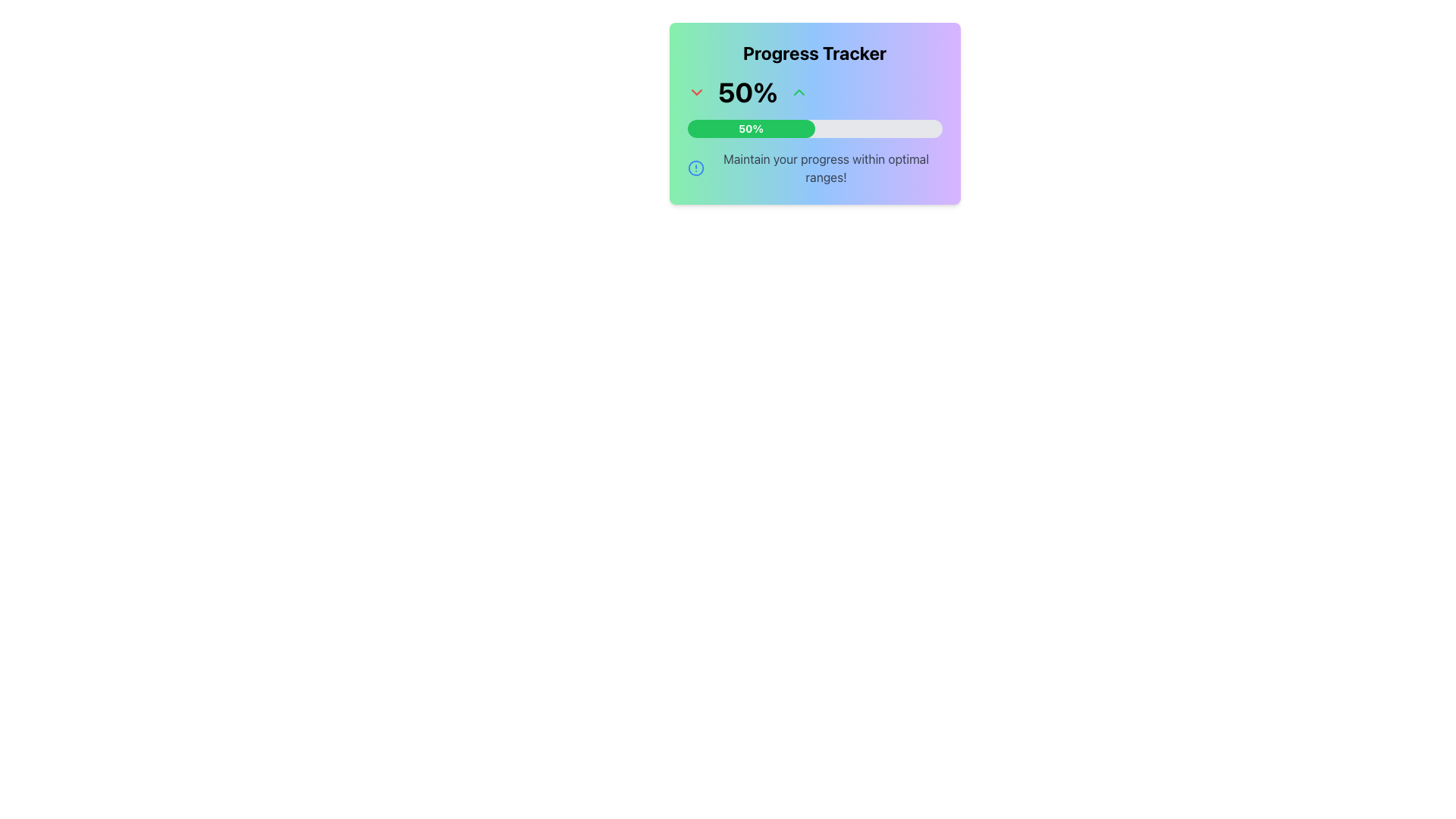 The image size is (1456, 819). What do you see at coordinates (695, 168) in the screenshot?
I see `the small SVG circle element with a blue outline and greenish background, located within the alert icon in the bottom-left segment of the progress tracking widget` at bounding box center [695, 168].